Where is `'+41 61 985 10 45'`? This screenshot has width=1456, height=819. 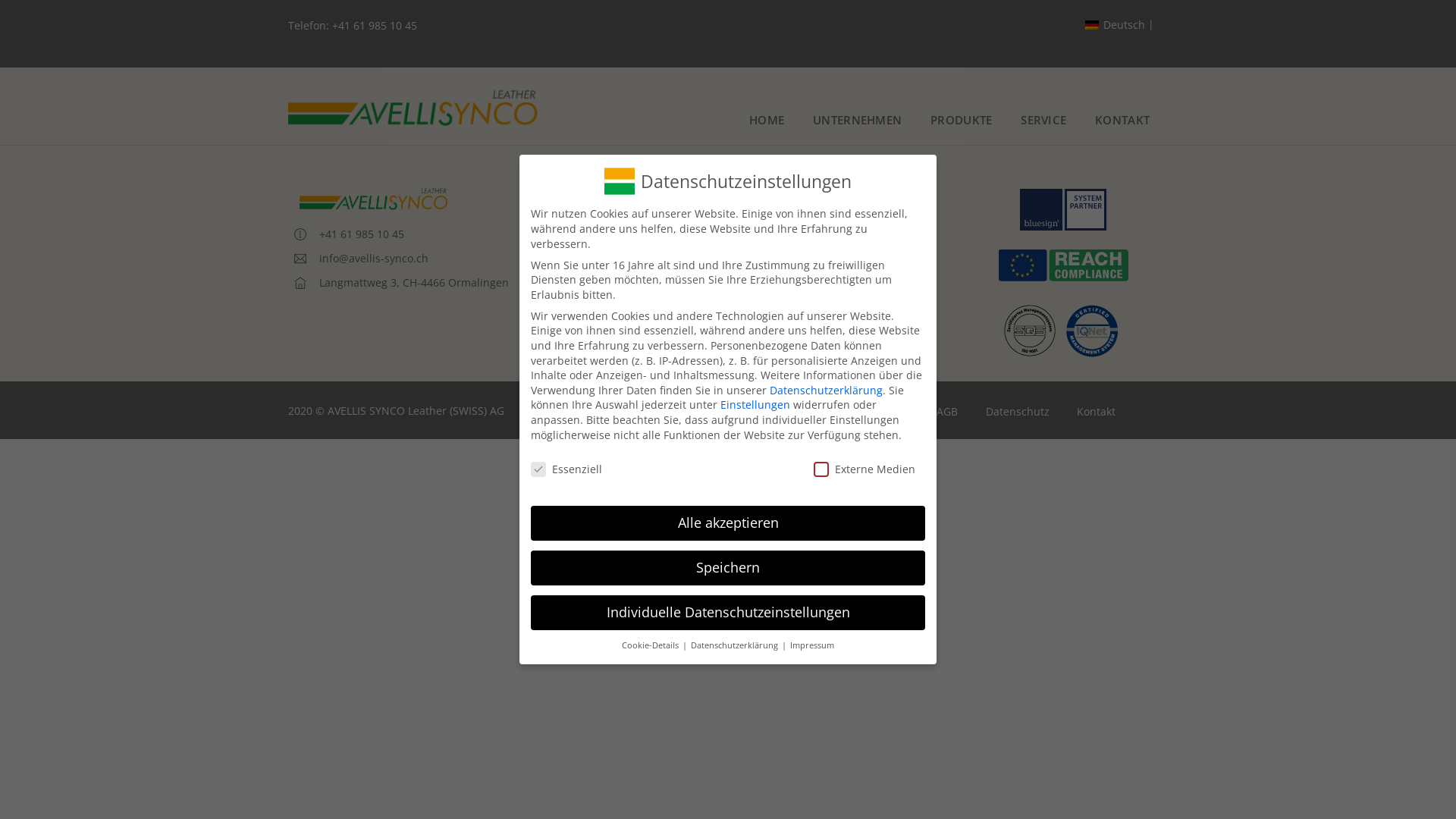 '+41 61 985 10 45' is located at coordinates (375, 25).